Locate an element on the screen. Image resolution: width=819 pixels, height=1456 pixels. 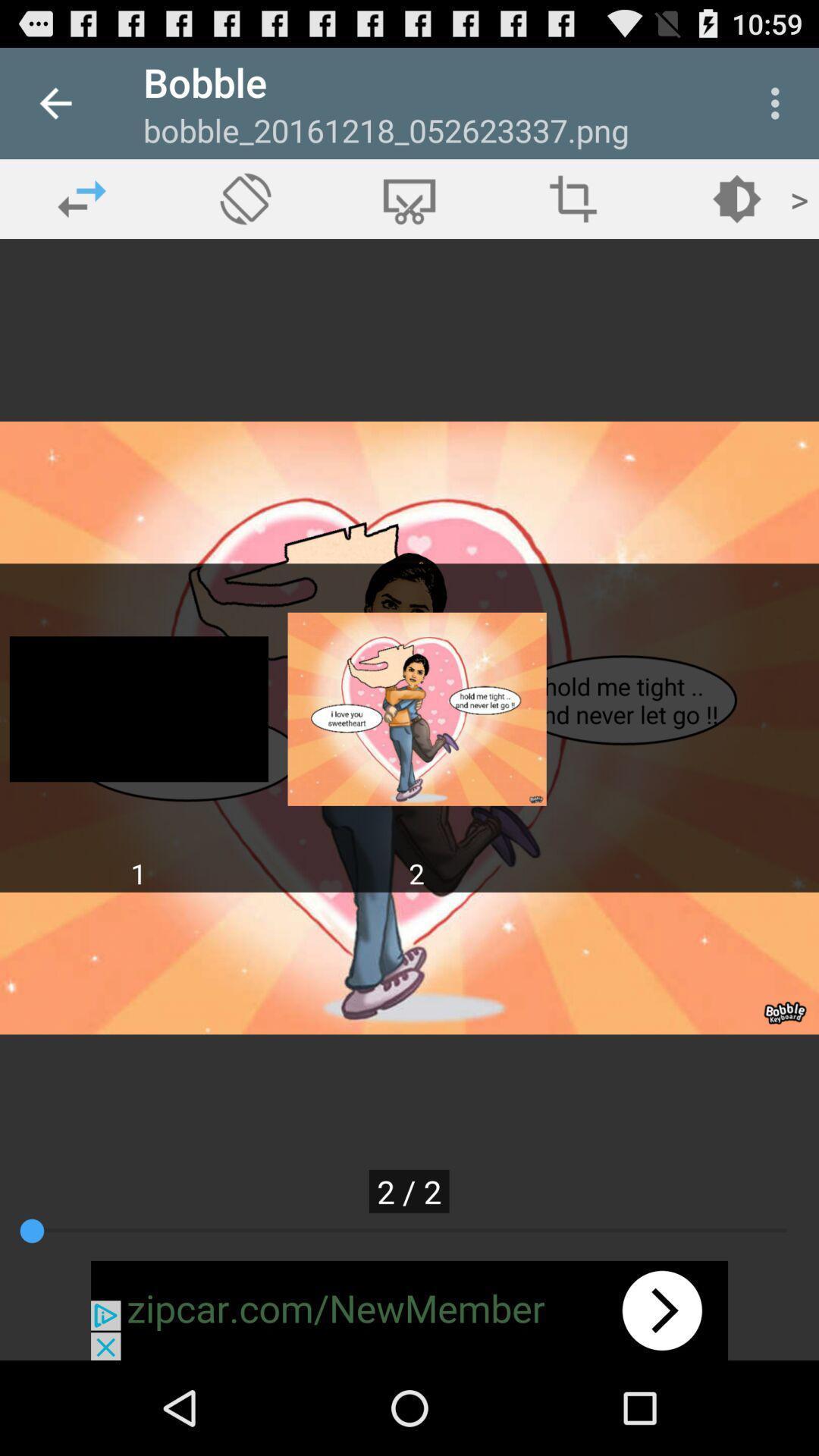
the play icon is located at coordinates (736, 198).